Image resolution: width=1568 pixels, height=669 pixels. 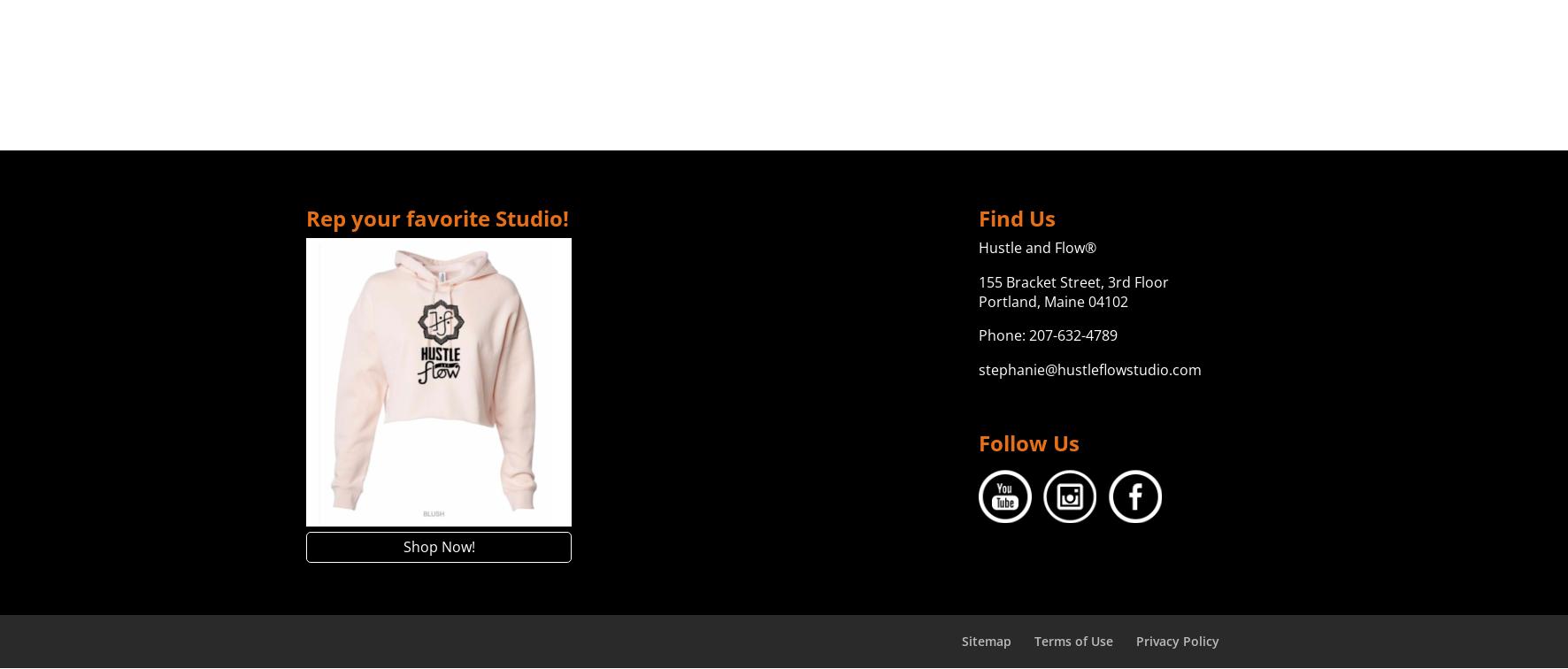 What do you see at coordinates (1002, 334) in the screenshot?
I see `'Phone:'` at bounding box center [1002, 334].